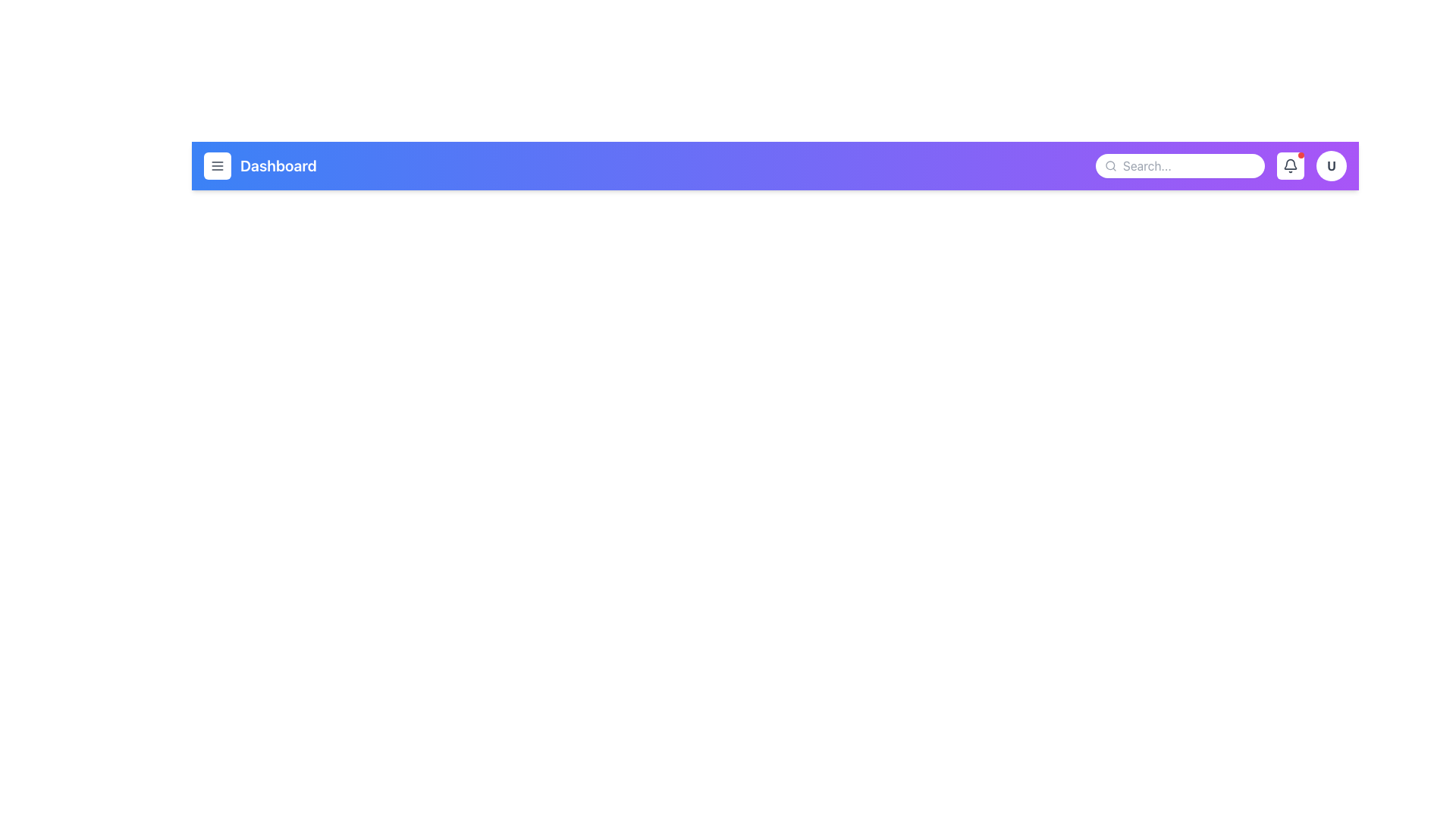  I want to click on the white circular button with a hamburger menu icon located on the left side of the header bar, so click(217, 166).